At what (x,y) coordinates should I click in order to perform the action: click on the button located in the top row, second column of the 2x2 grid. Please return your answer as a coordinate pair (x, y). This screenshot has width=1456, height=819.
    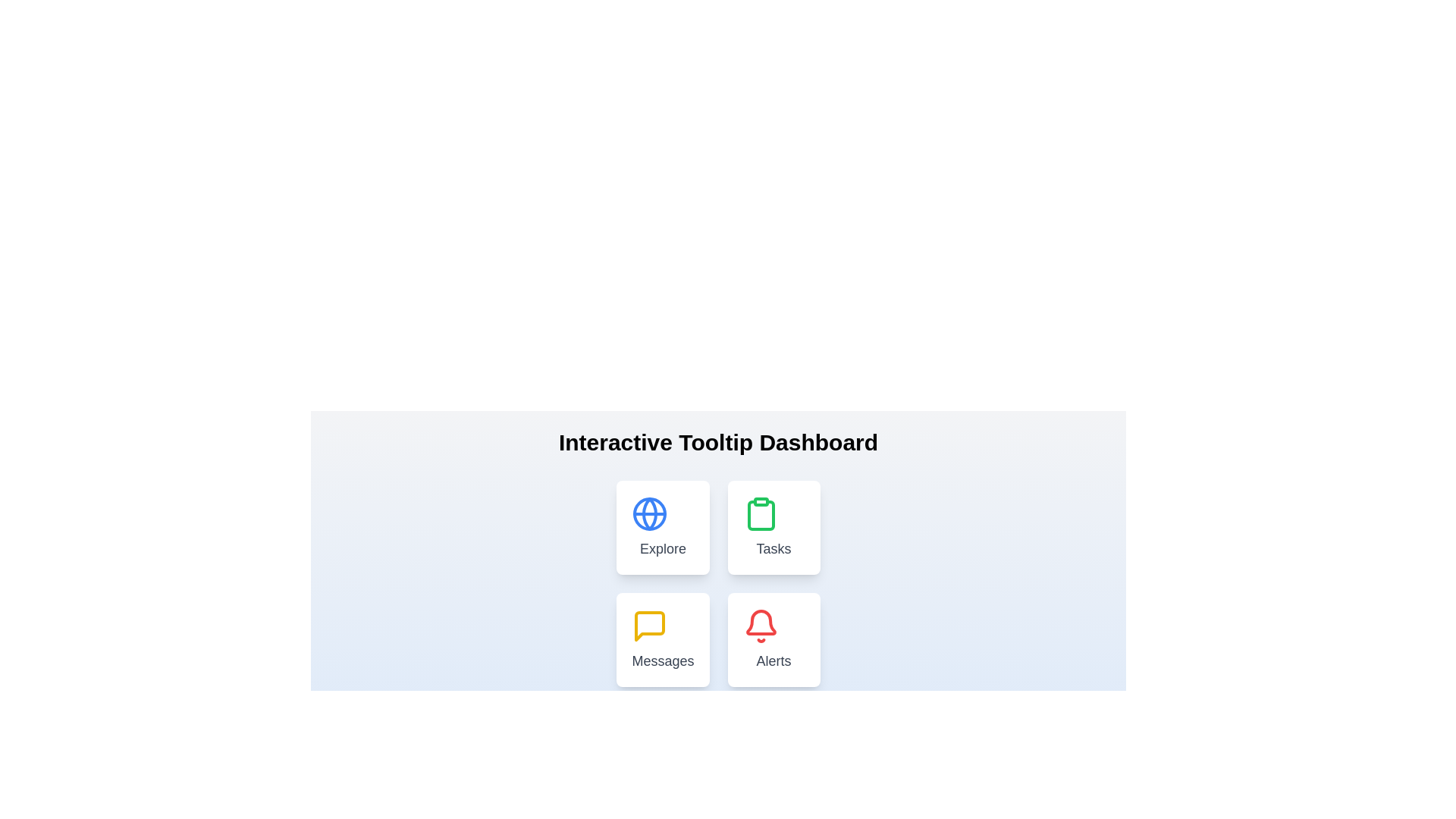
    Looking at the image, I should click on (773, 526).